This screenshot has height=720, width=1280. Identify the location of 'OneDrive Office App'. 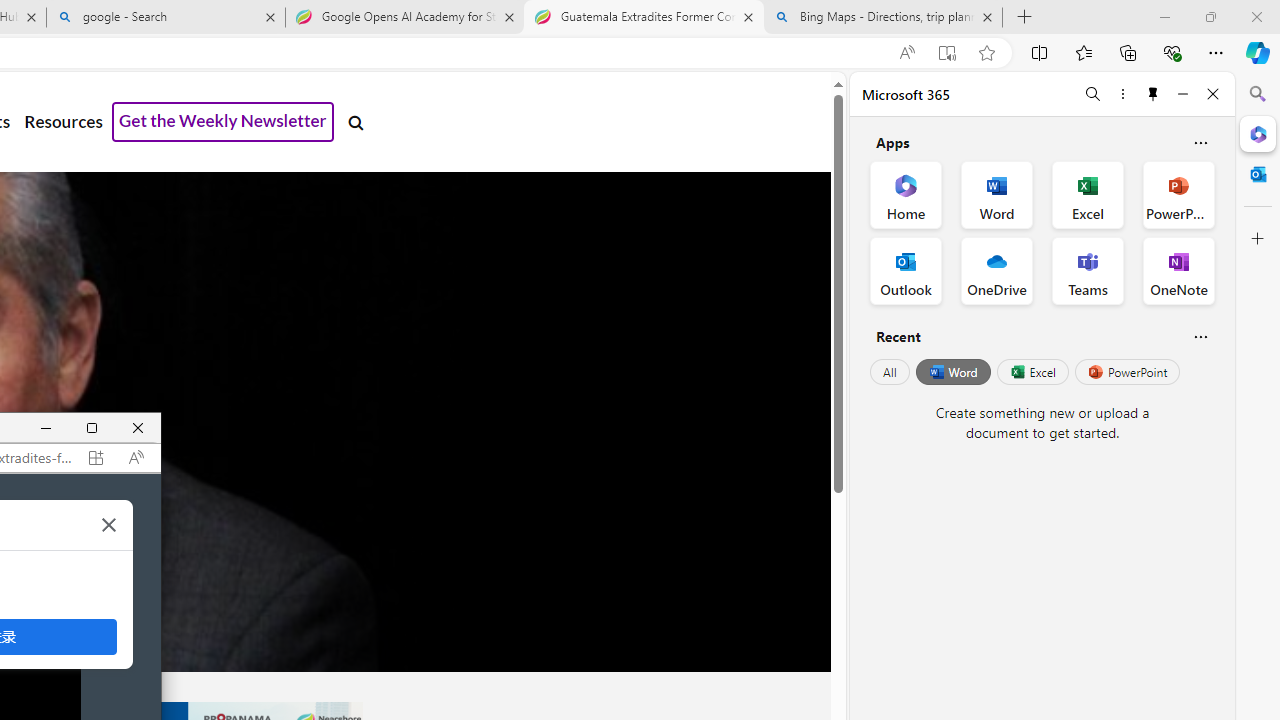
(997, 271).